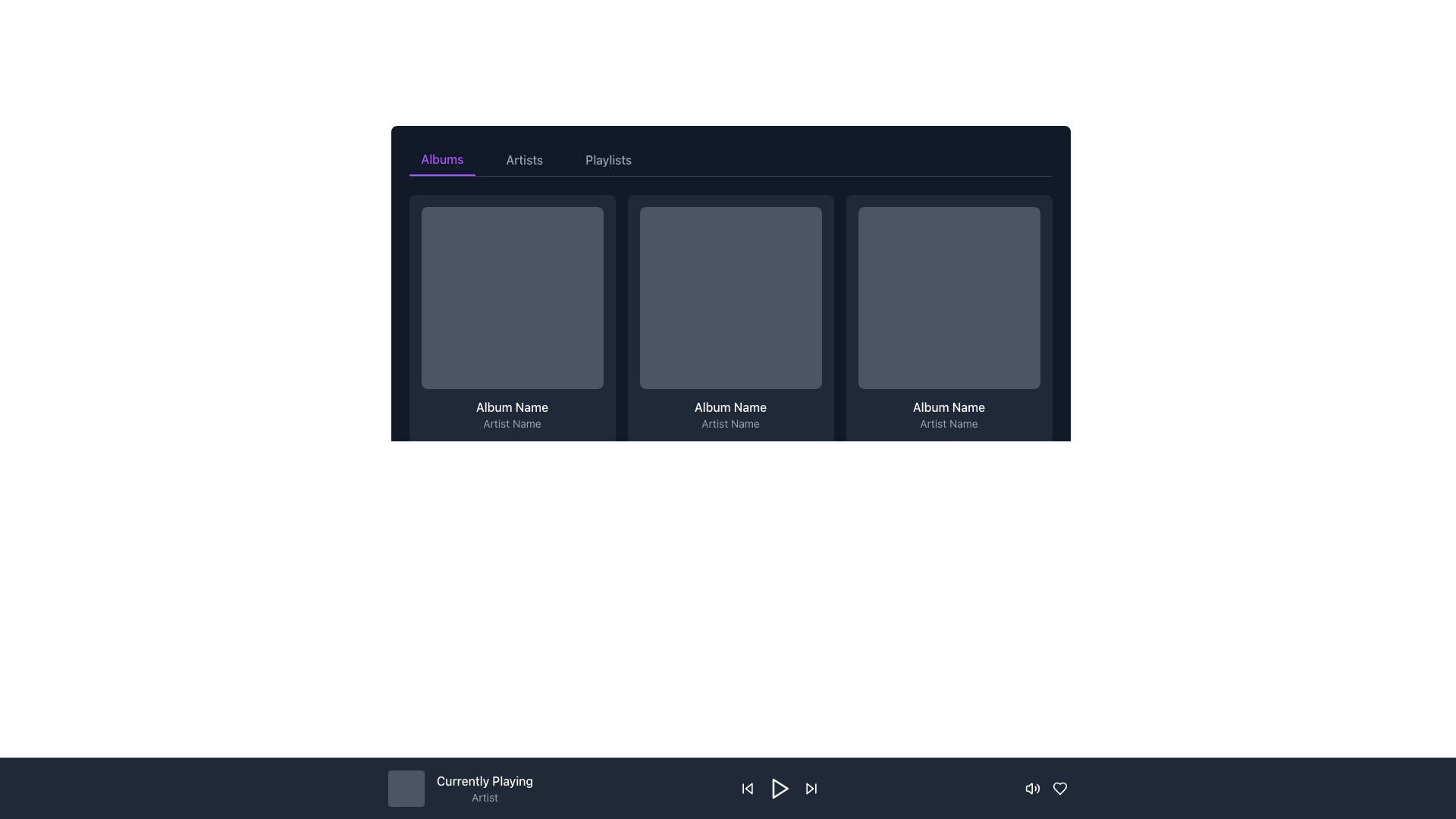 The image size is (1456, 819). I want to click on the 'Albums' navigation tab located at the top-left of the navigation menu, so click(441, 160).